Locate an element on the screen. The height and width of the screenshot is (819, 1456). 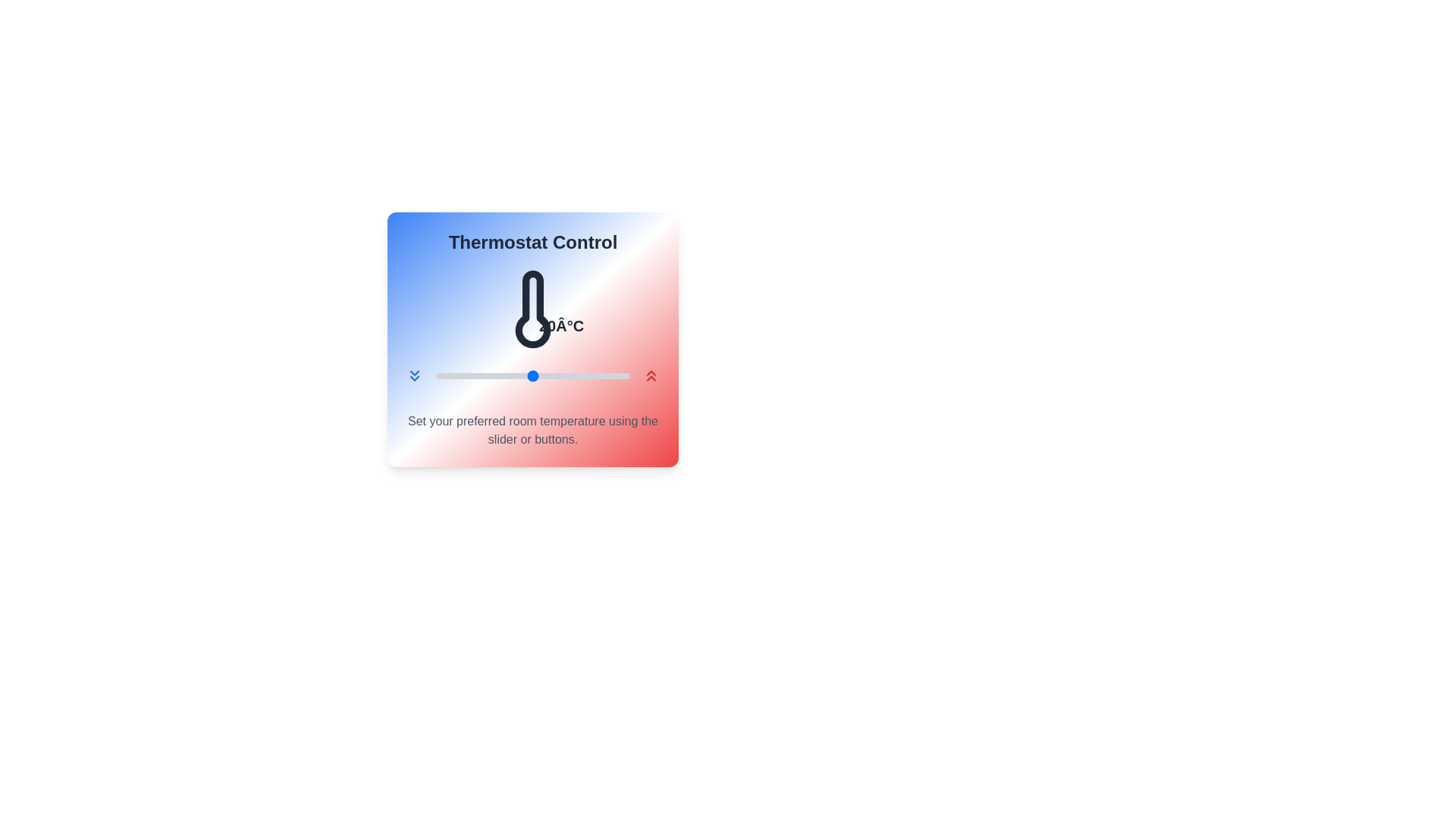
the temperature to 20°C using the slider is located at coordinates (532, 375).